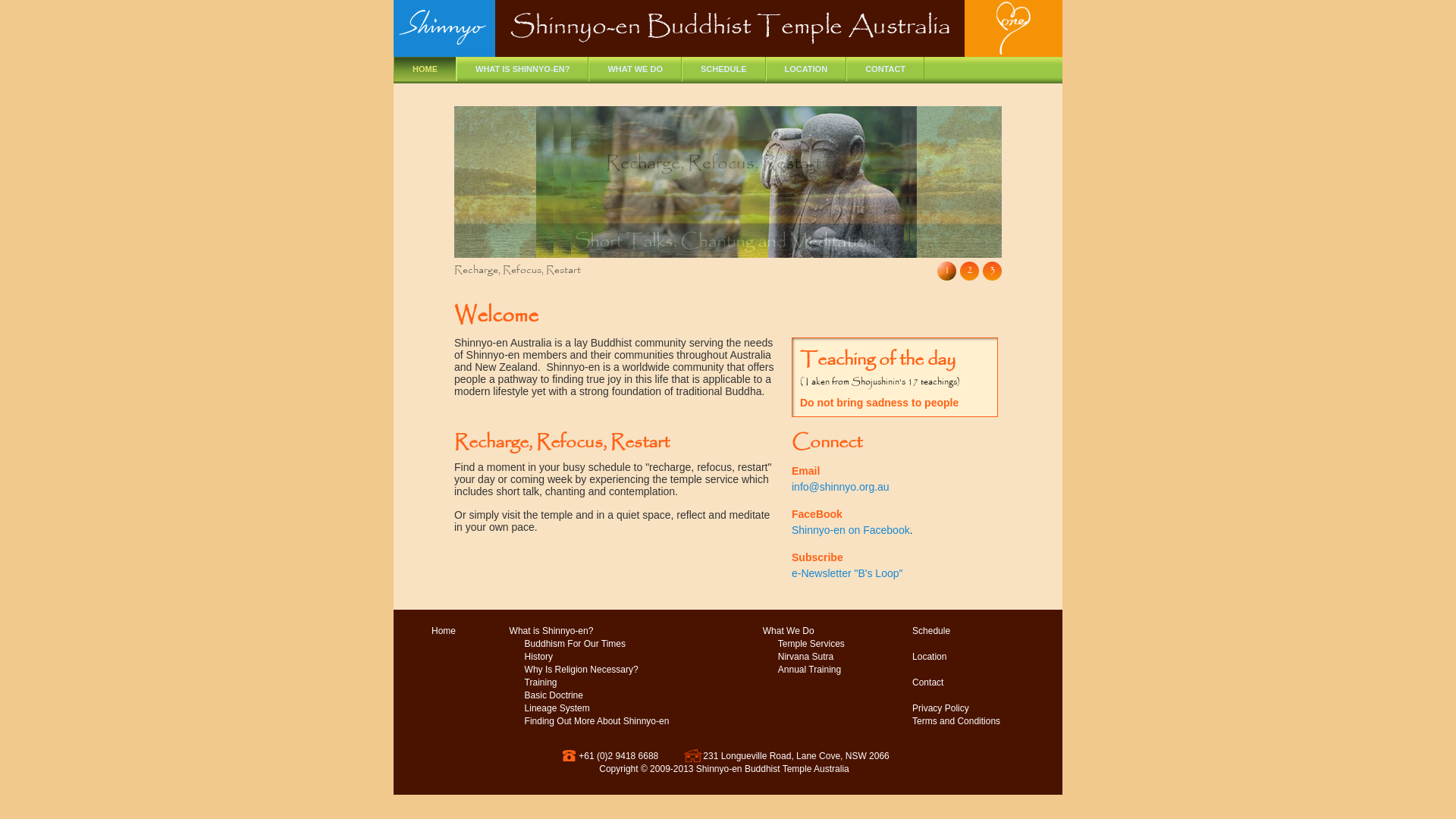 The width and height of the screenshot is (1456, 819). I want to click on 'Shinnyo', so click(443, 33).